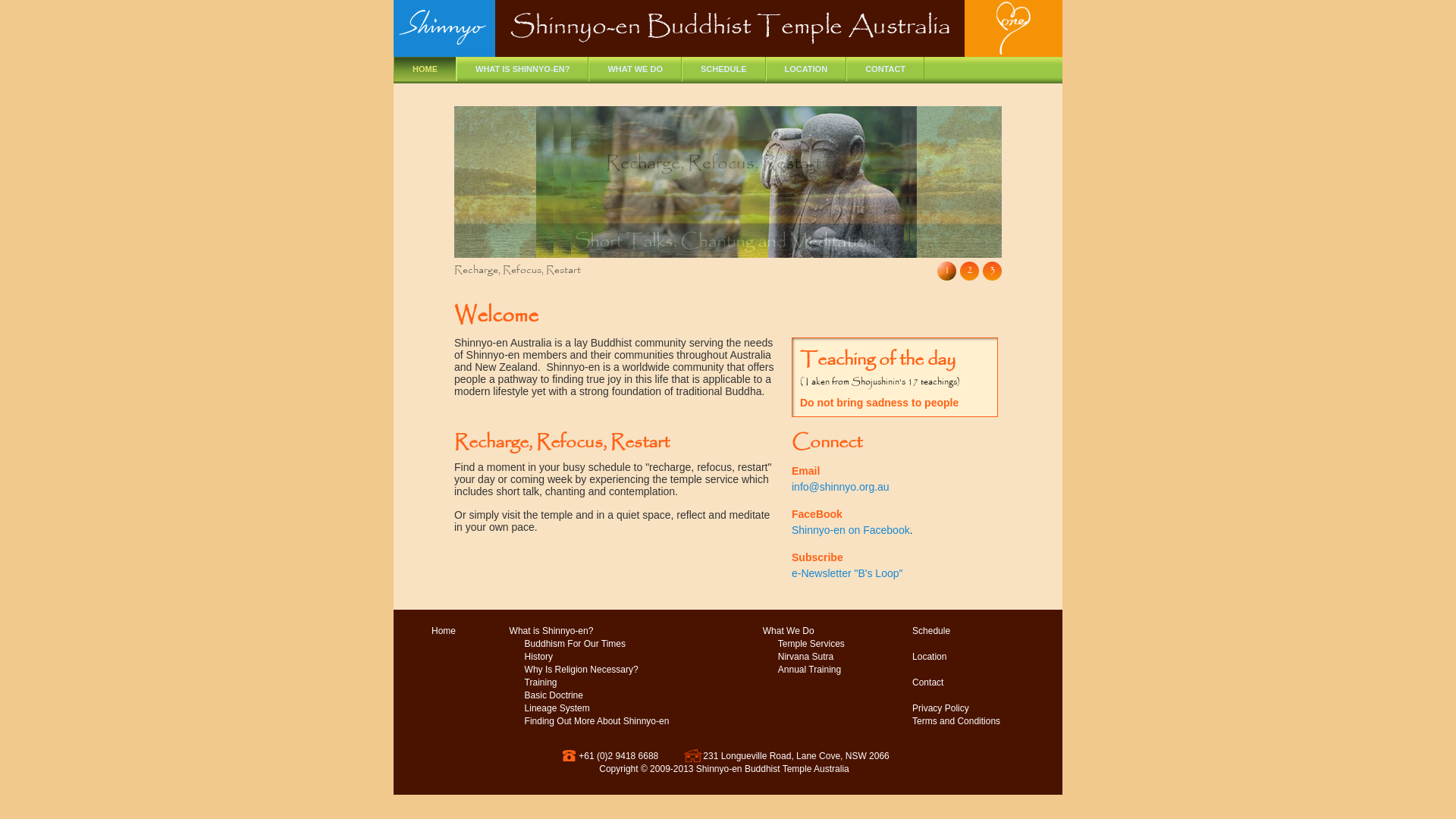 The width and height of the screenshot is (1456, 819). I want to click on 'Shinnyo', so click(443, 33).